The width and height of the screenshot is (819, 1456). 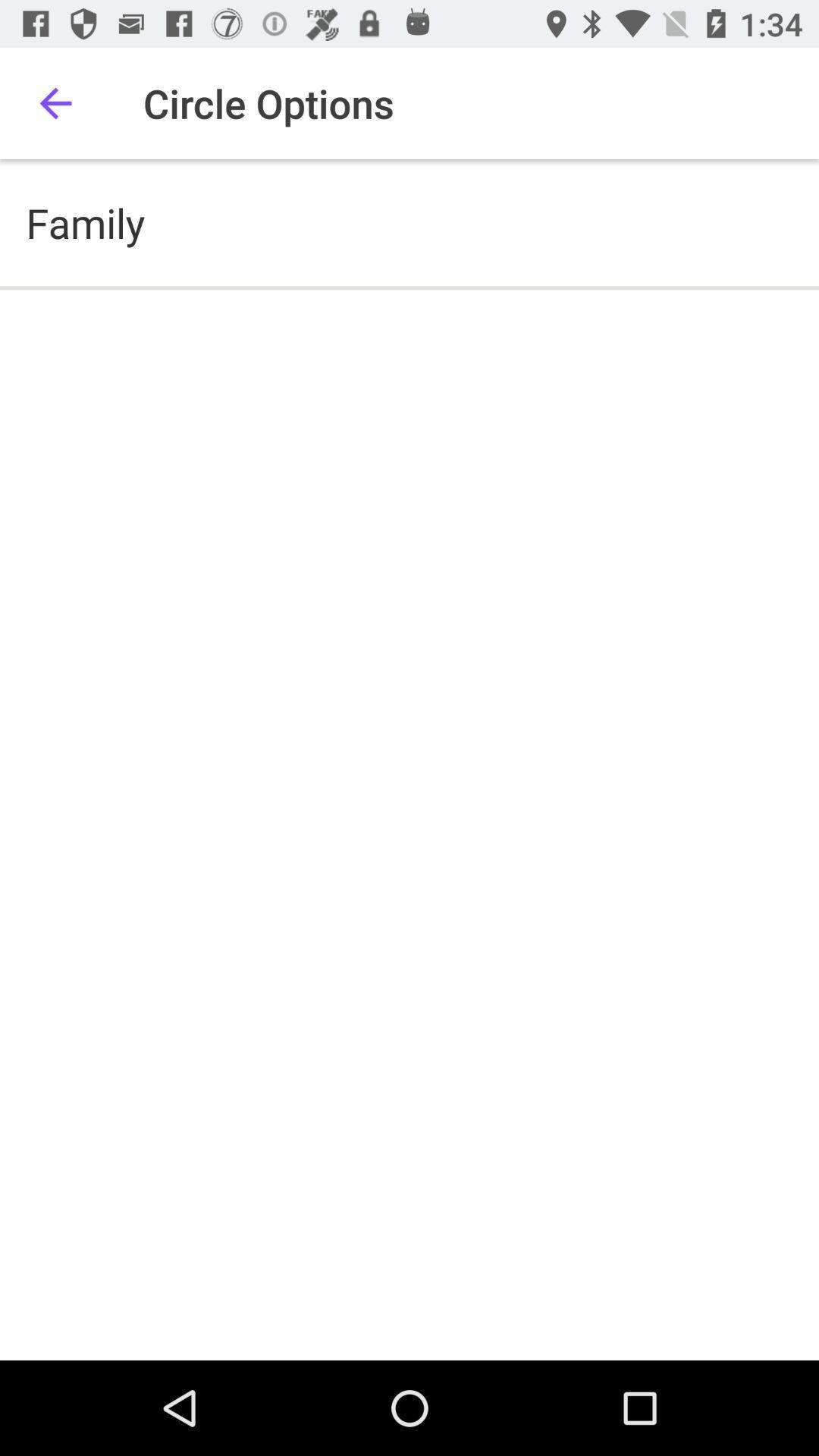 What do you see at coordinates (55, 102) in the screenshot?
I see `icon to the left of circle options icon` at bounding box center [55, 102].